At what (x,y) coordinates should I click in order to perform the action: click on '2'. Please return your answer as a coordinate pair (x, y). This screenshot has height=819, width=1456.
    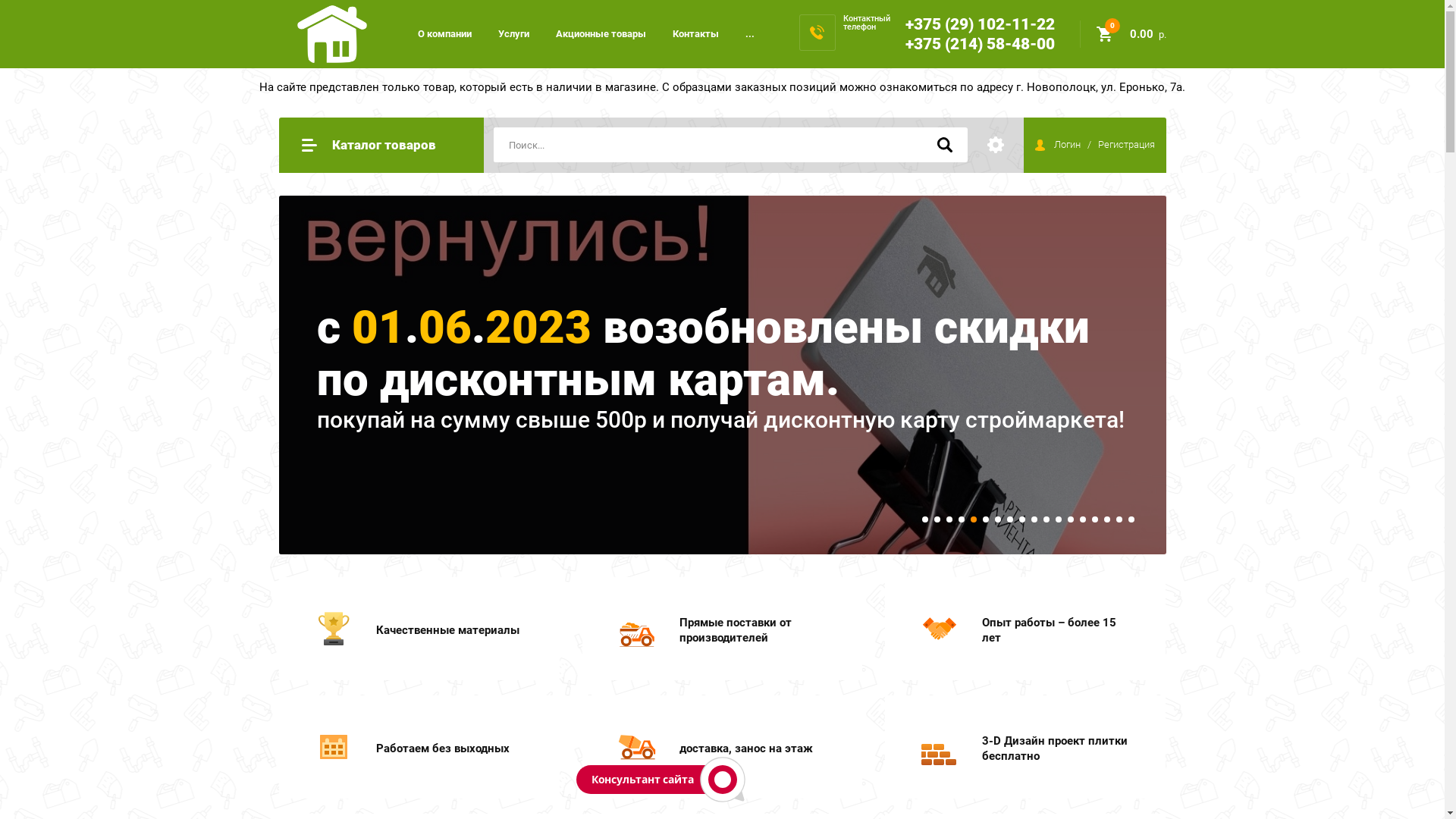
    Looking at the image, I should click on (937, 519).